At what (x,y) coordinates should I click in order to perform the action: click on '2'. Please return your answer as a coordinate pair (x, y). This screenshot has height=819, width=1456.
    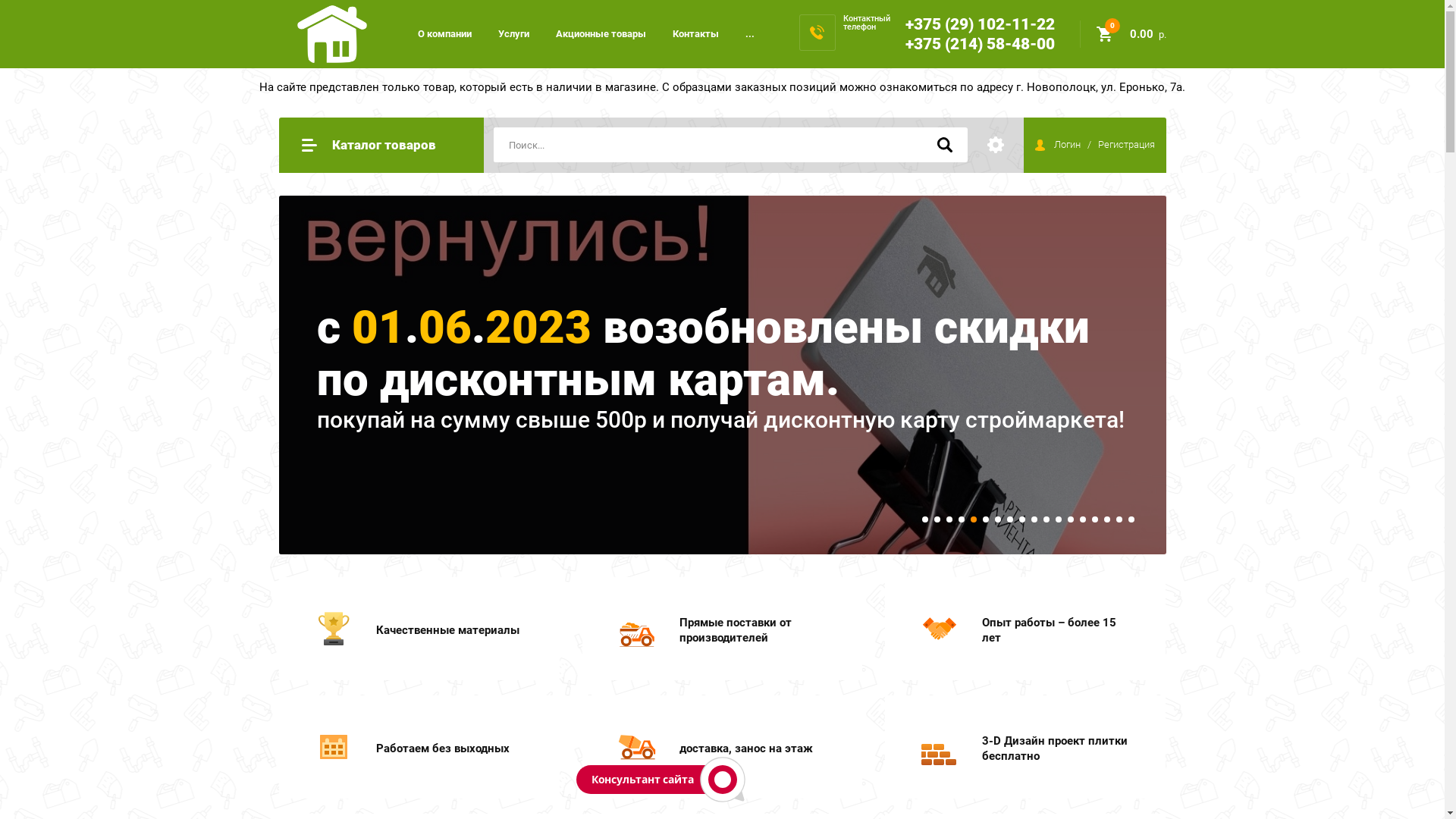
    Looking at the image, I should click on (937, 519).